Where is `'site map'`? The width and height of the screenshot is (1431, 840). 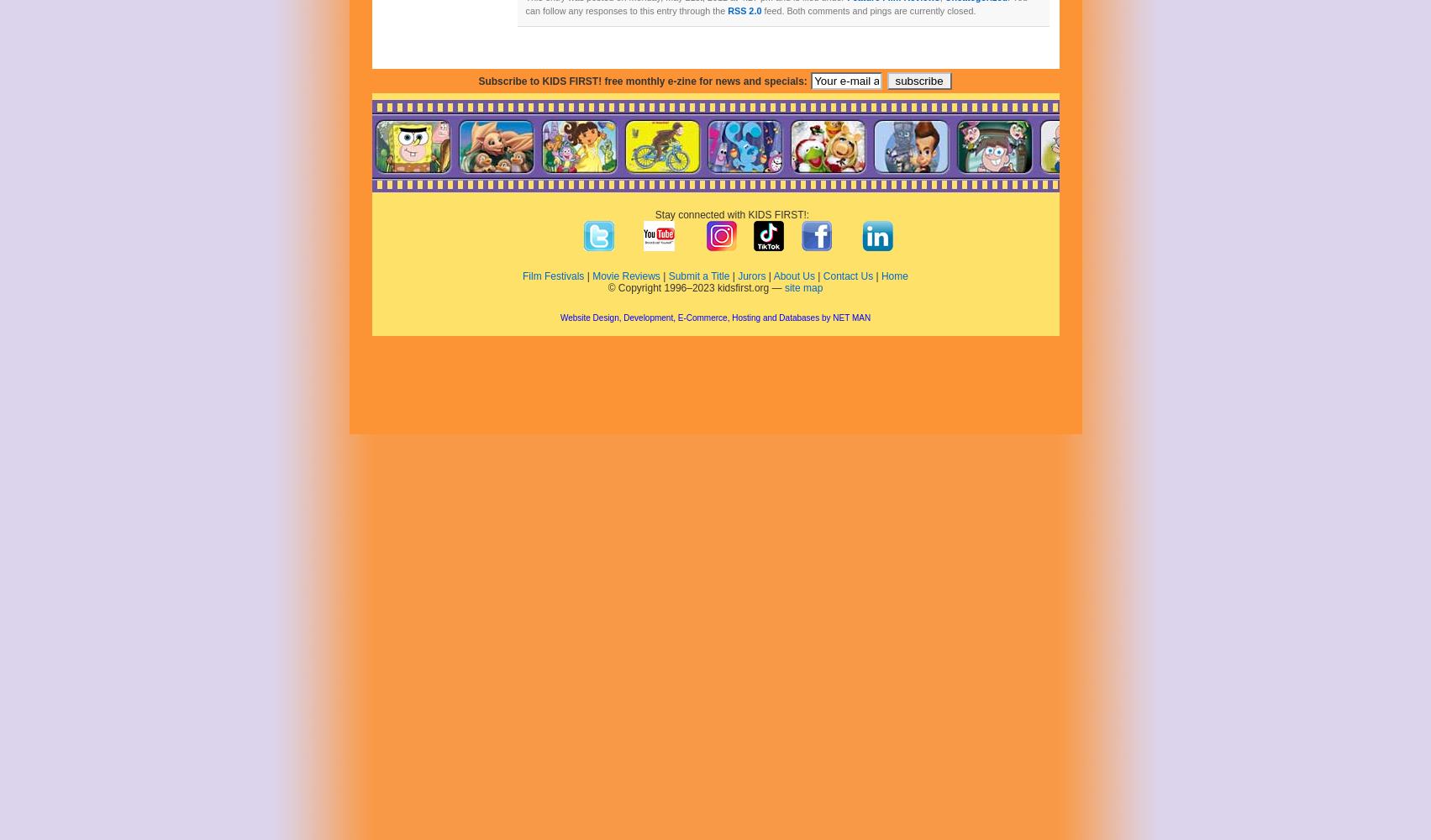
'site map' is located at coordinates (783, 287).